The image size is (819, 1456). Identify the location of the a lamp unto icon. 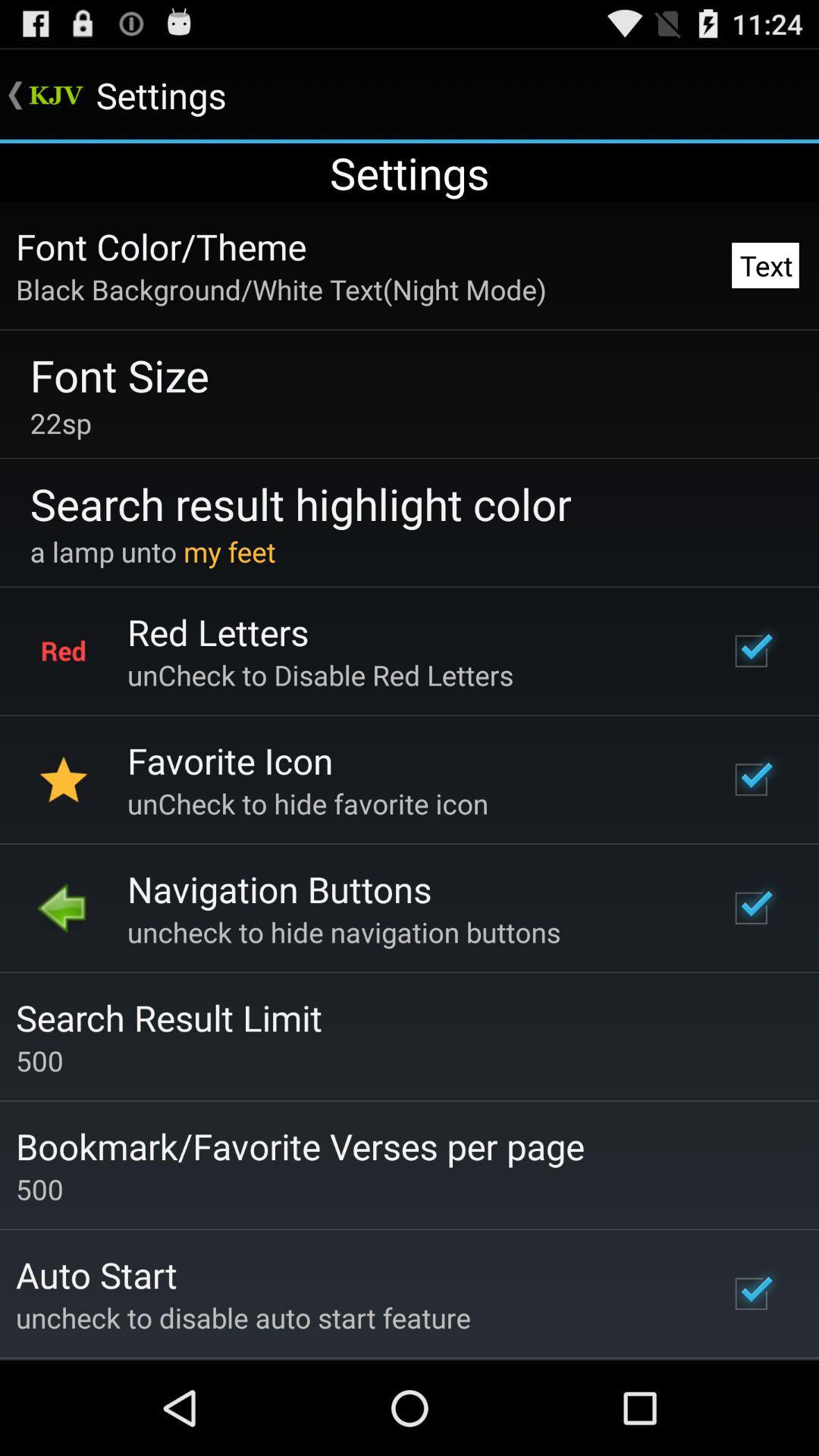
(152, 551).